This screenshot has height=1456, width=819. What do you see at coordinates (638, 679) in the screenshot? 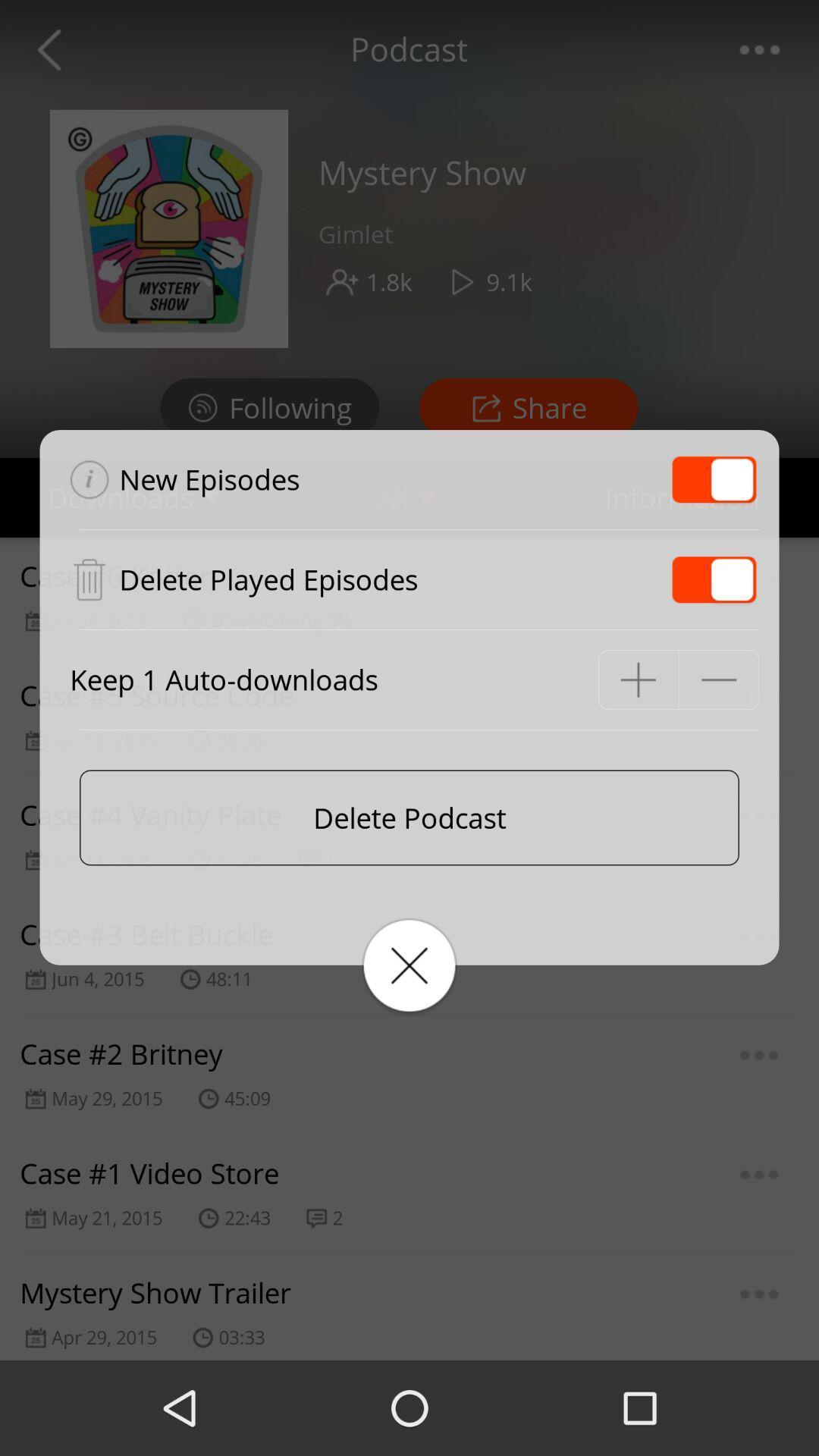
I see `icon next to the keep 1 auto icon` at bounding box center [638, 679].